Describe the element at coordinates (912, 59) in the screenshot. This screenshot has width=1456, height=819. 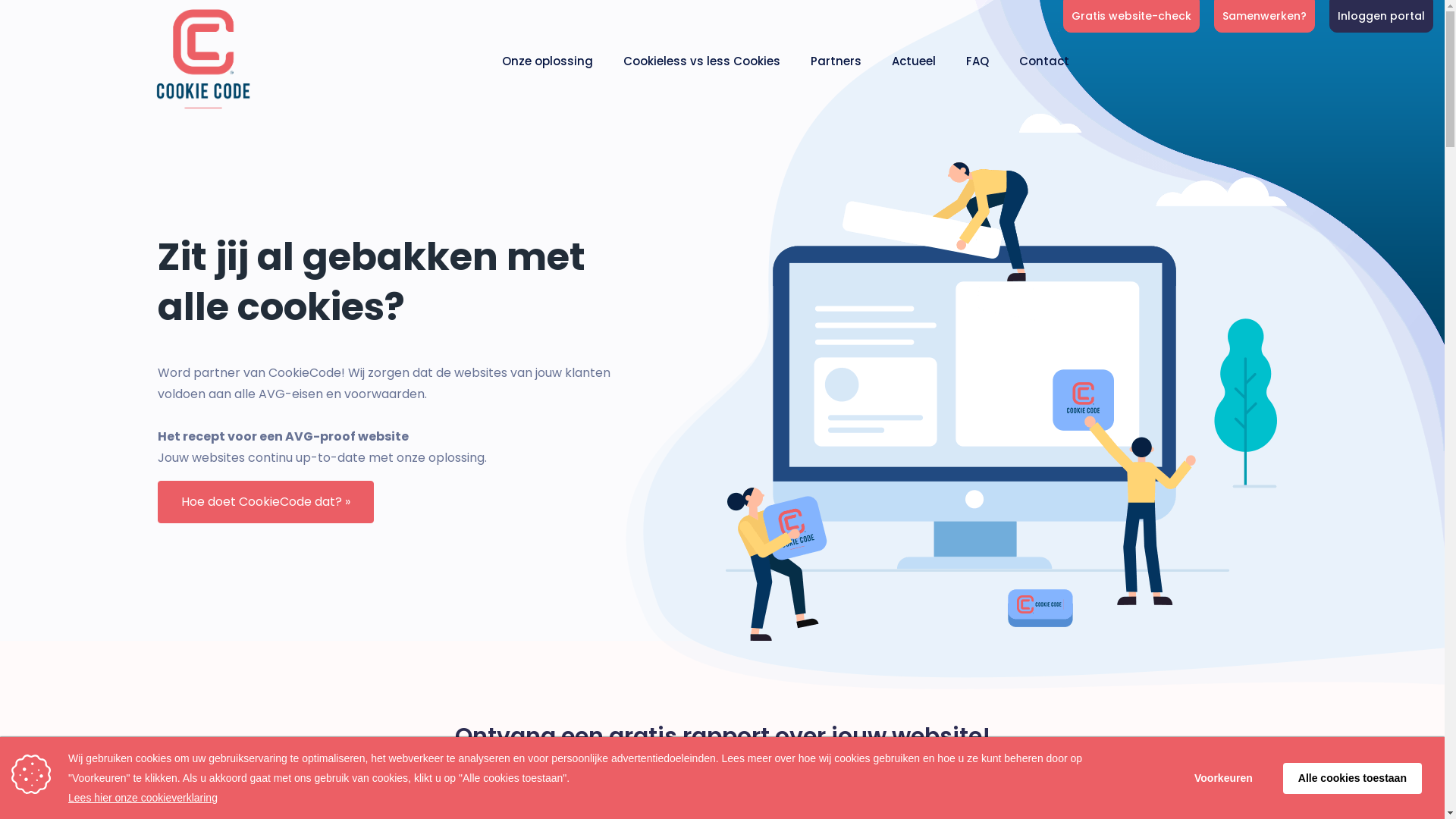
I see `'Actueel'` at that location.